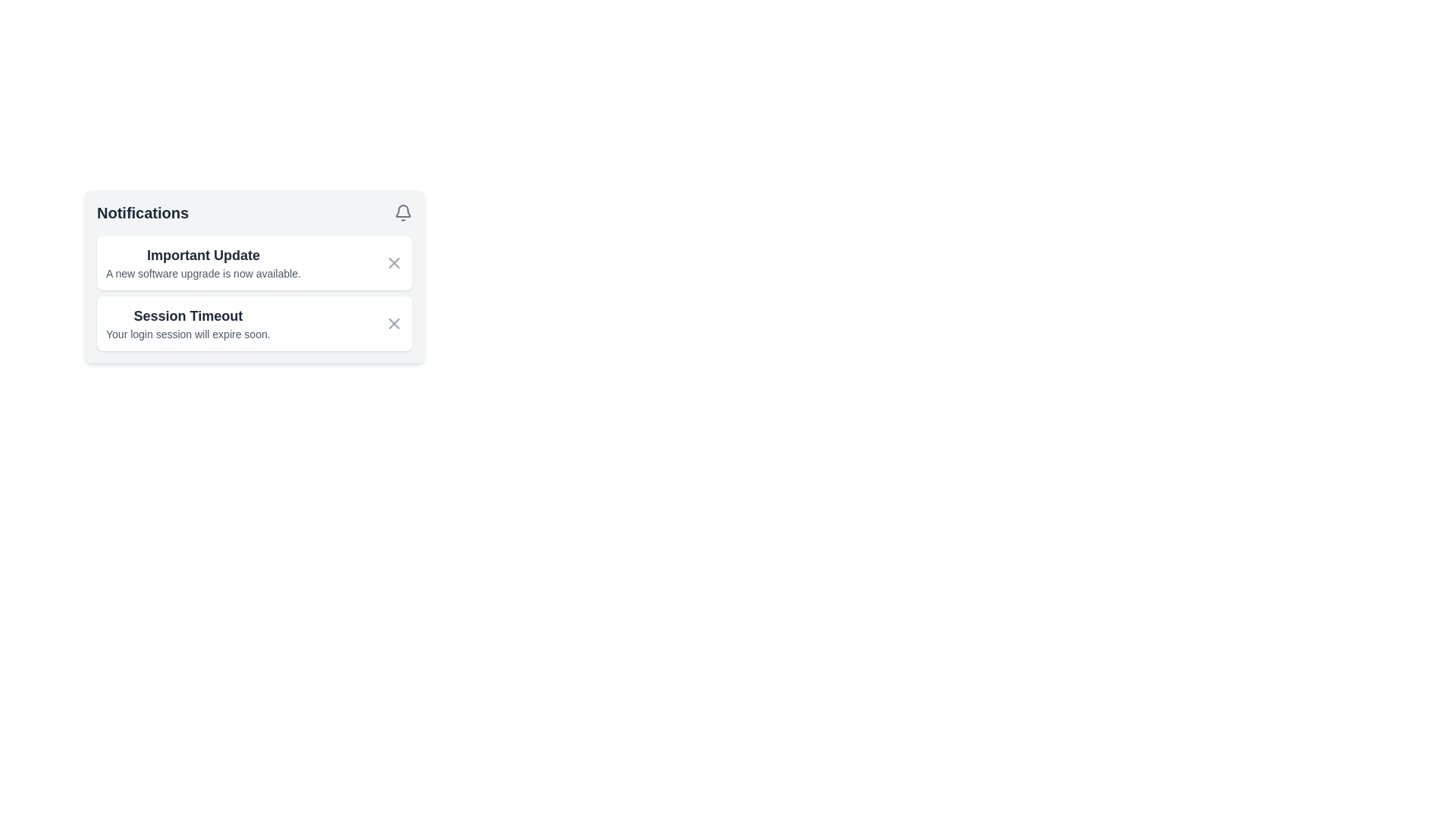 This screenshot has width=1456, height=819. I want to click on the 'X' icon button in the top-right corner of the 'Important Update' notification card, so click(394, 323).